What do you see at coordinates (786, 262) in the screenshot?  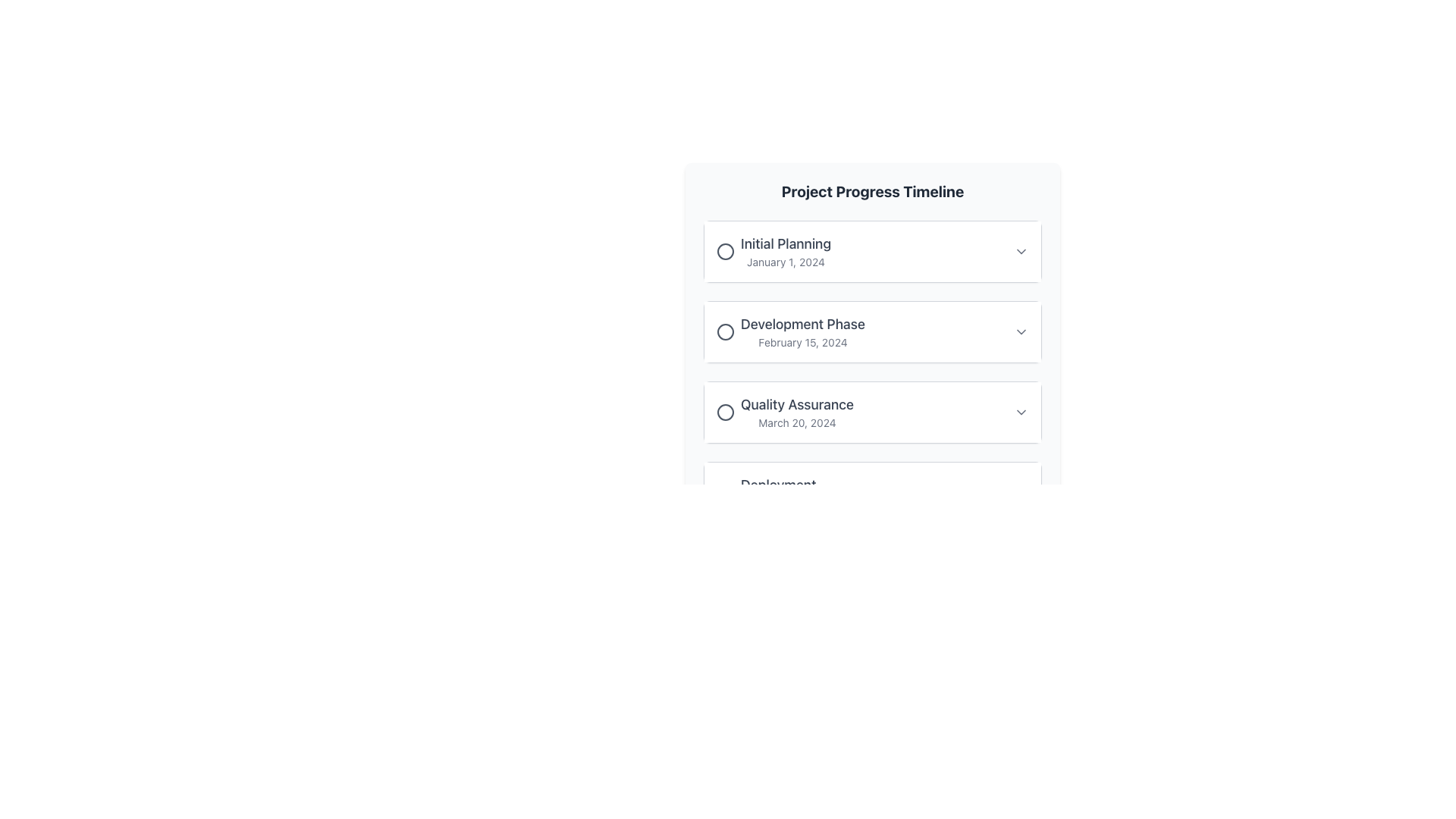 I see `the text label displaying 'January 1, 2024', which is styled with a small gray font and located under the title 'Initial Planning'` at bounding box center [786, 262].